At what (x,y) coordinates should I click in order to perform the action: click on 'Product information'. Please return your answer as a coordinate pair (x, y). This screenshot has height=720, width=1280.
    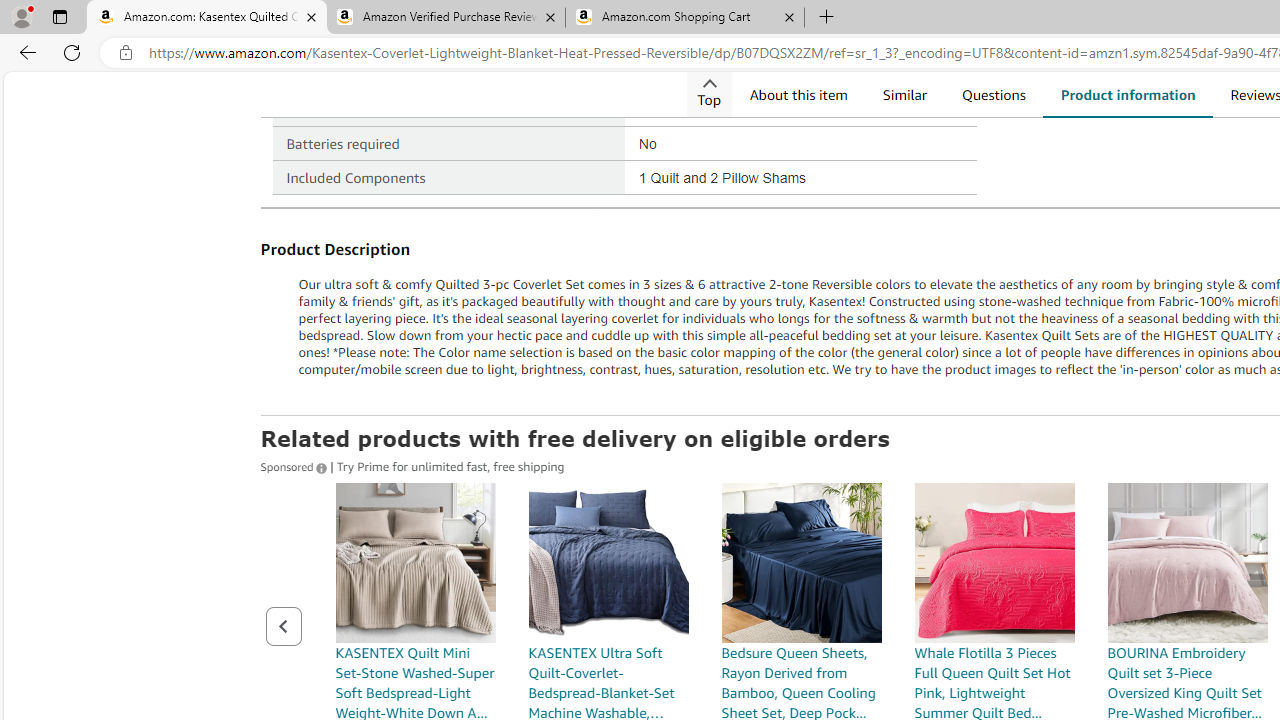
    Looking at the image, I should click on (1127, 94).